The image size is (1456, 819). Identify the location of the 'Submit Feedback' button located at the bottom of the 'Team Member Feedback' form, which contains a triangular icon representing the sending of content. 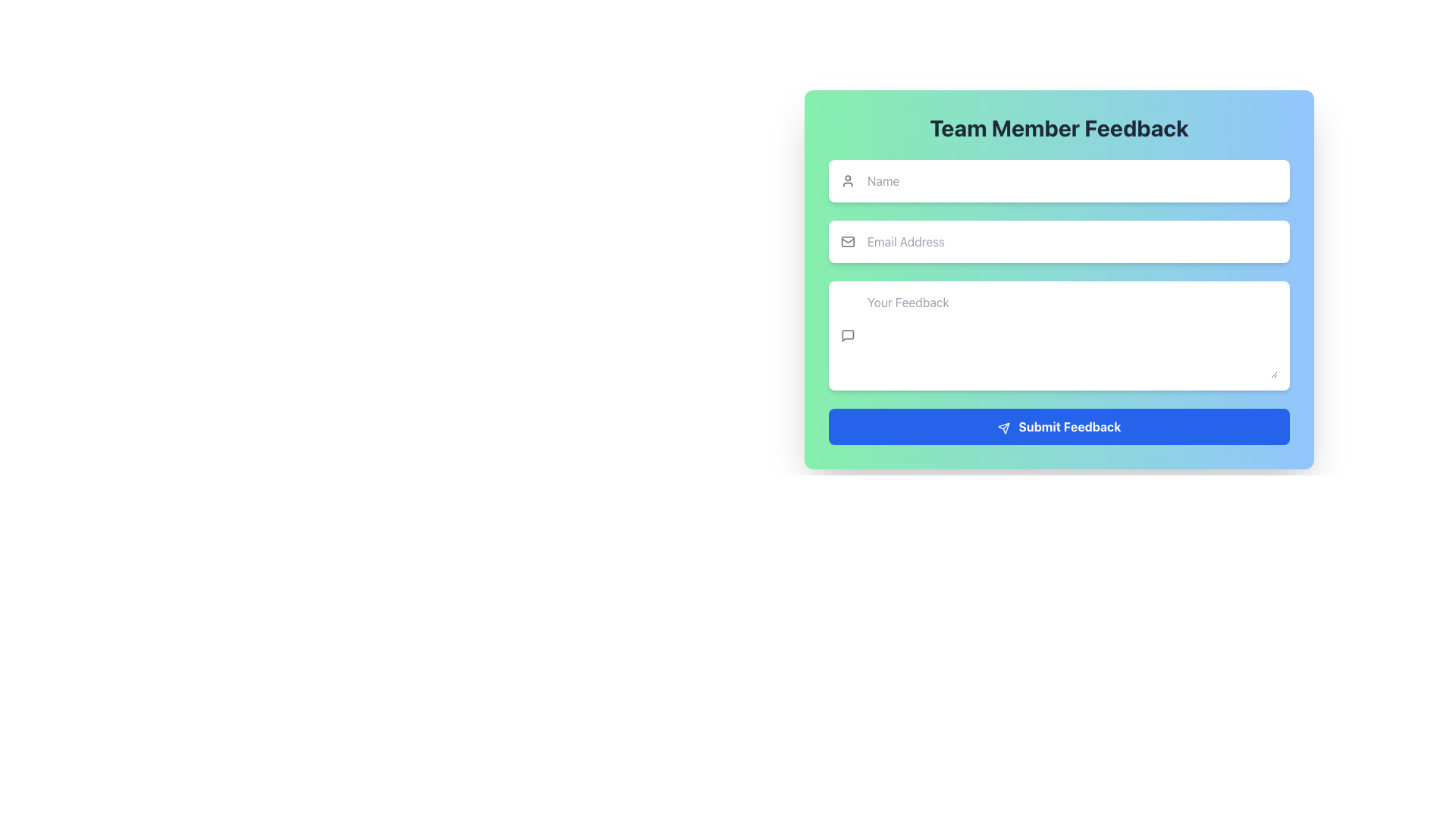
(1003, 428).